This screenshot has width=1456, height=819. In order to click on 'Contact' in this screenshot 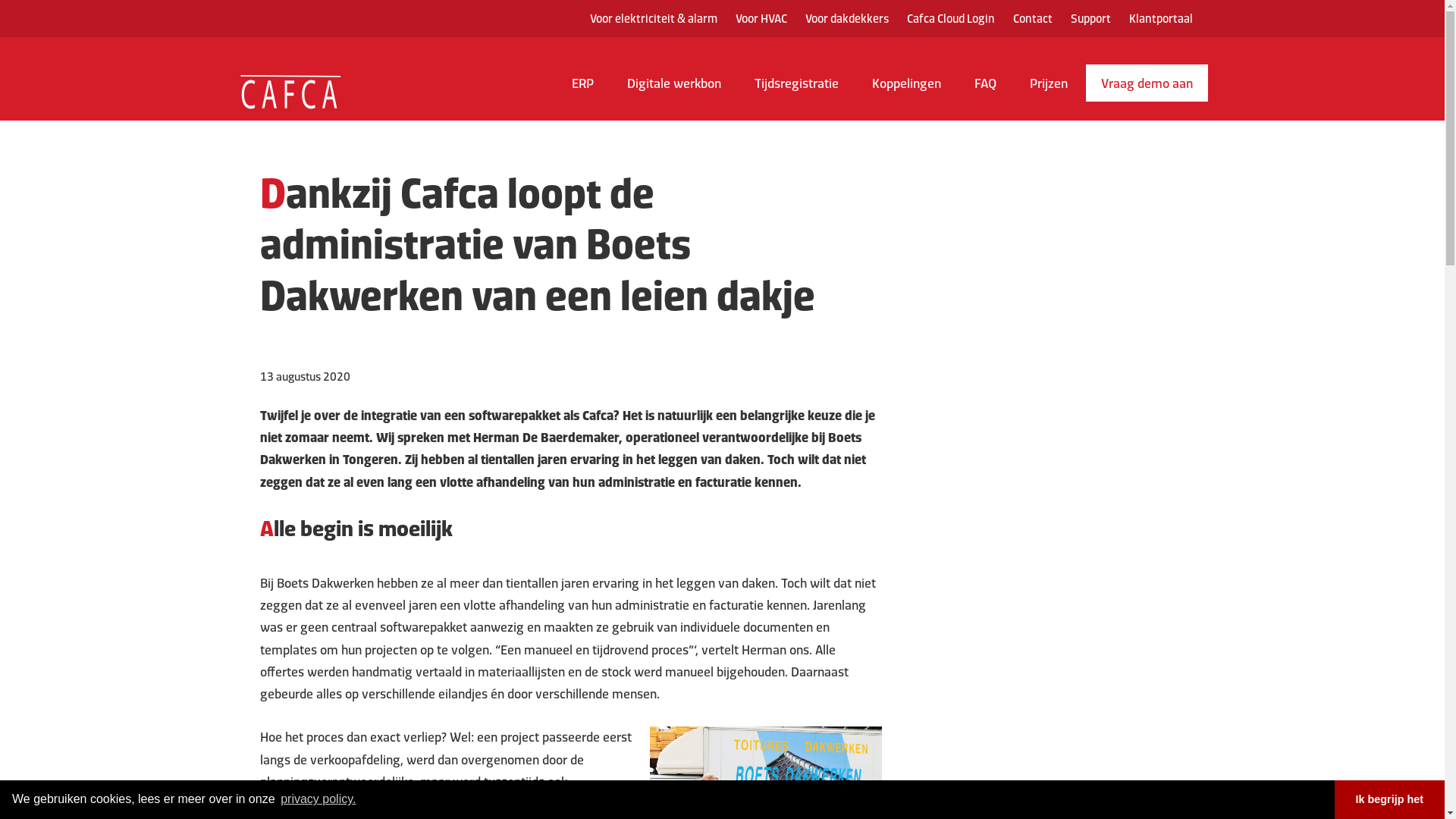, I will do `click(1032, 18)`.